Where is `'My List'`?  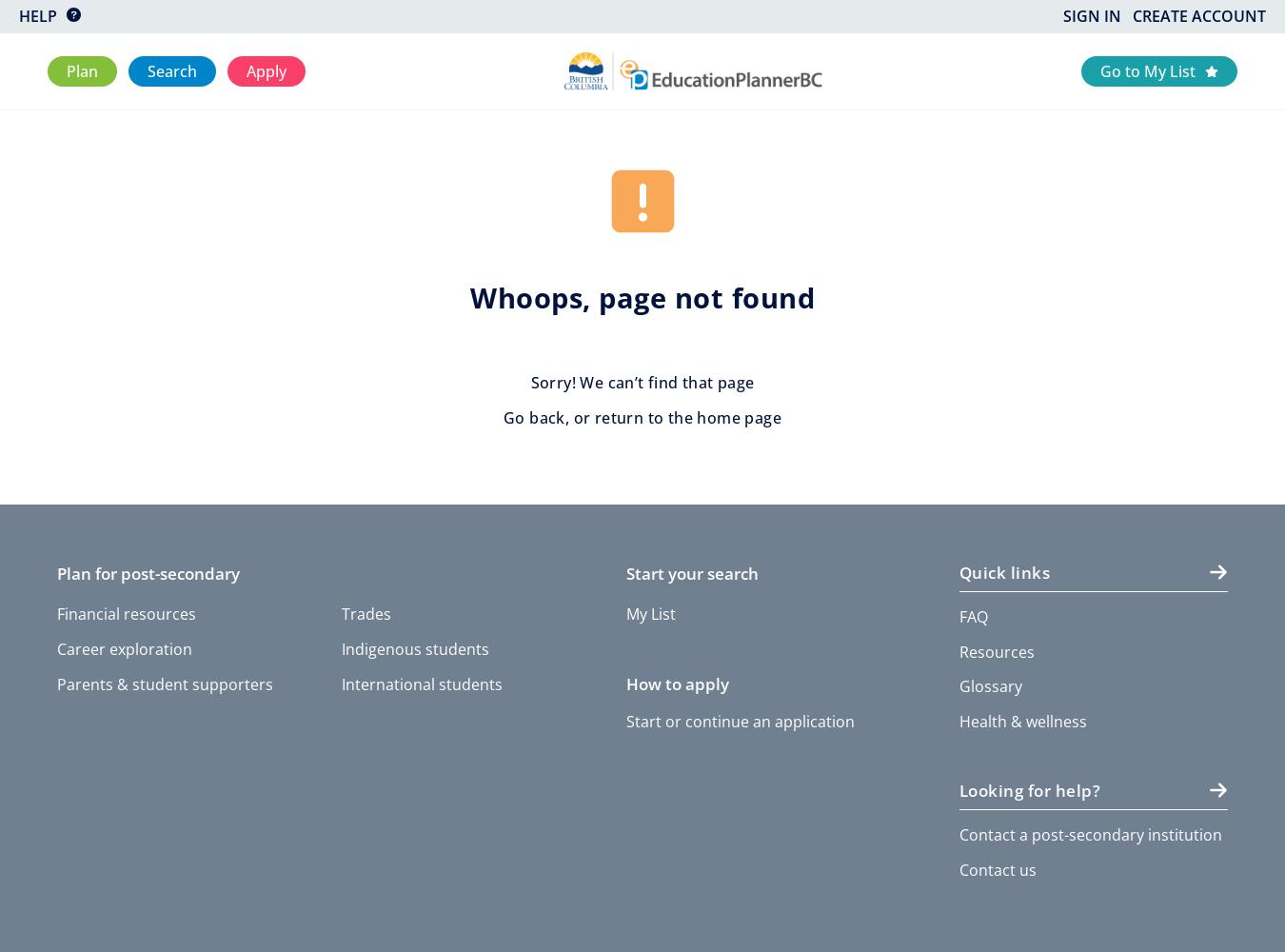
'My List' is located at coordinates (650, 614).